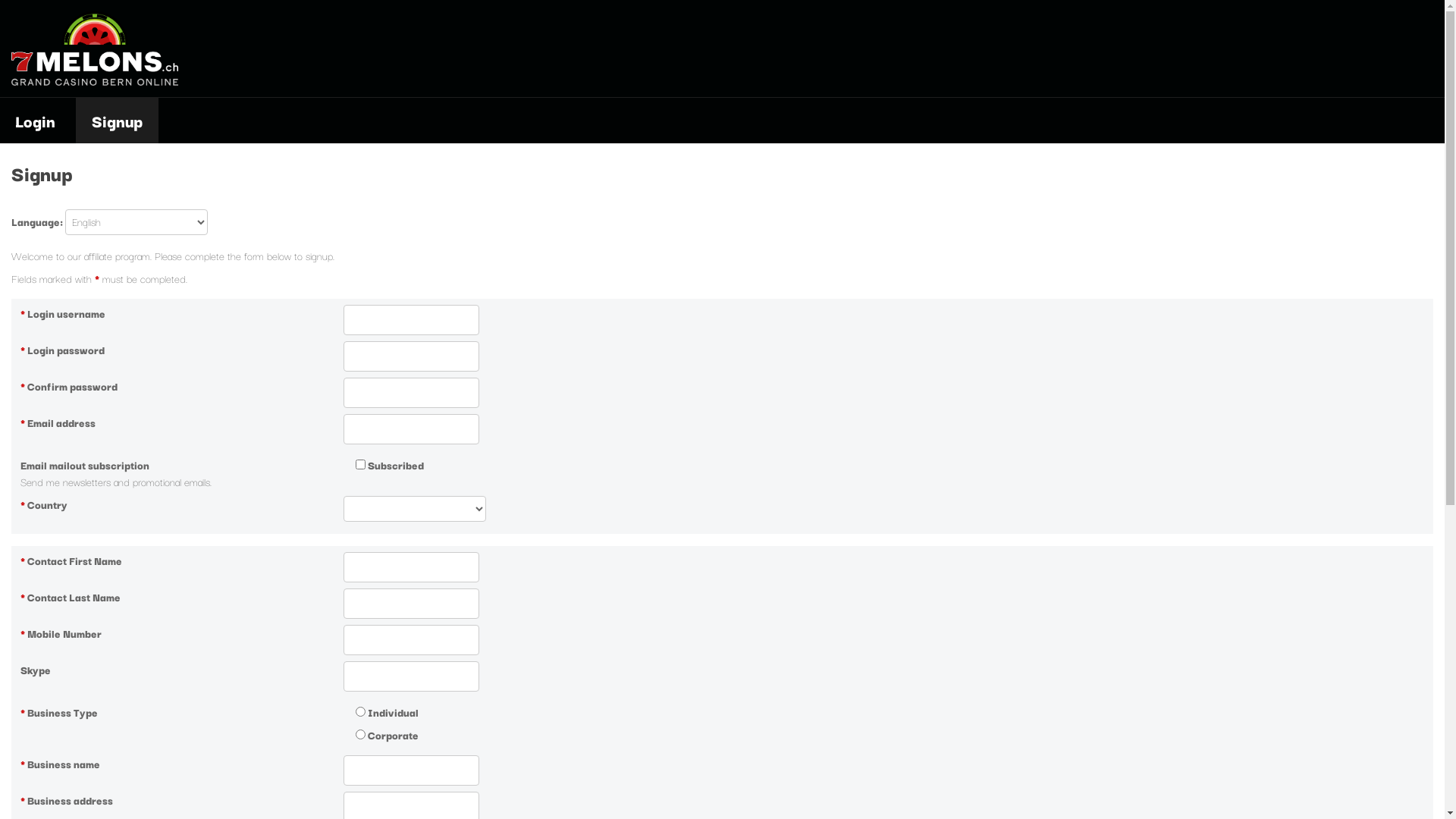 The image size is (1456, 819). What do you see at coordinates (116, 119) in the screenshot?
I see `'Signup'` at bounding box center [116, 119].